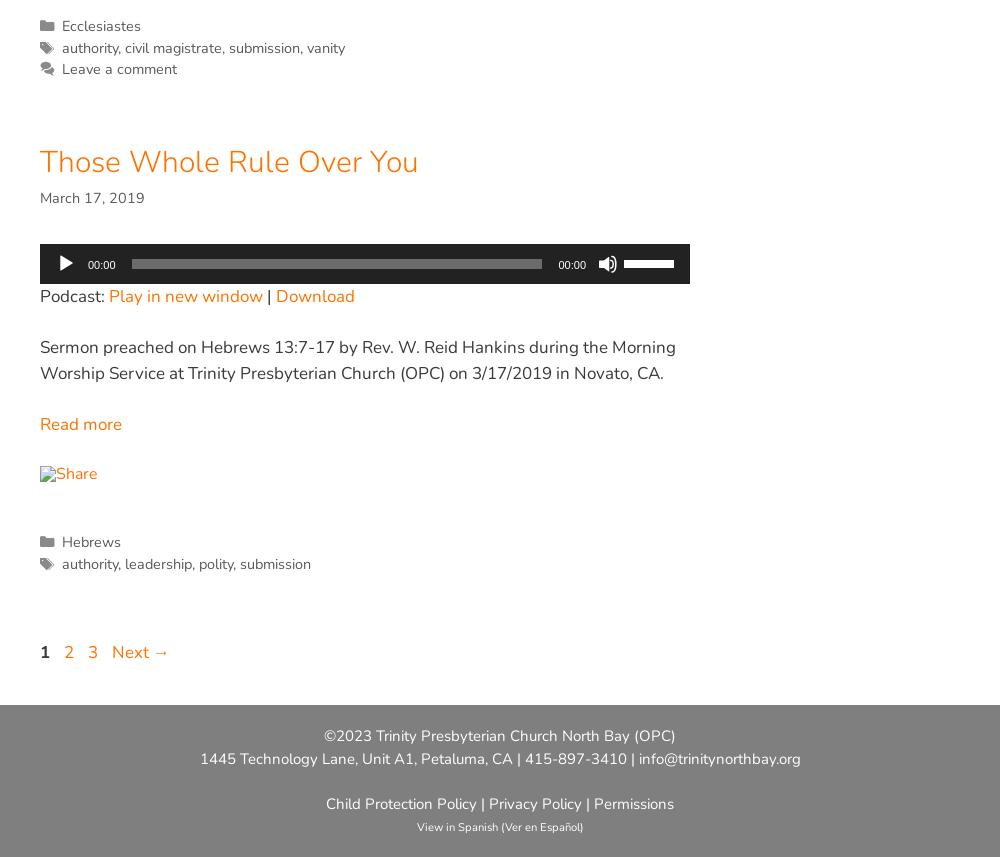 The width and height of the screenshot is (1000, 857). Describe the element at coordinates (418, 757) in the screenshot. I see `'1445 Technology Lane, Unit A1, Petaluma, CA |  415-897-3410 |'` at that location.